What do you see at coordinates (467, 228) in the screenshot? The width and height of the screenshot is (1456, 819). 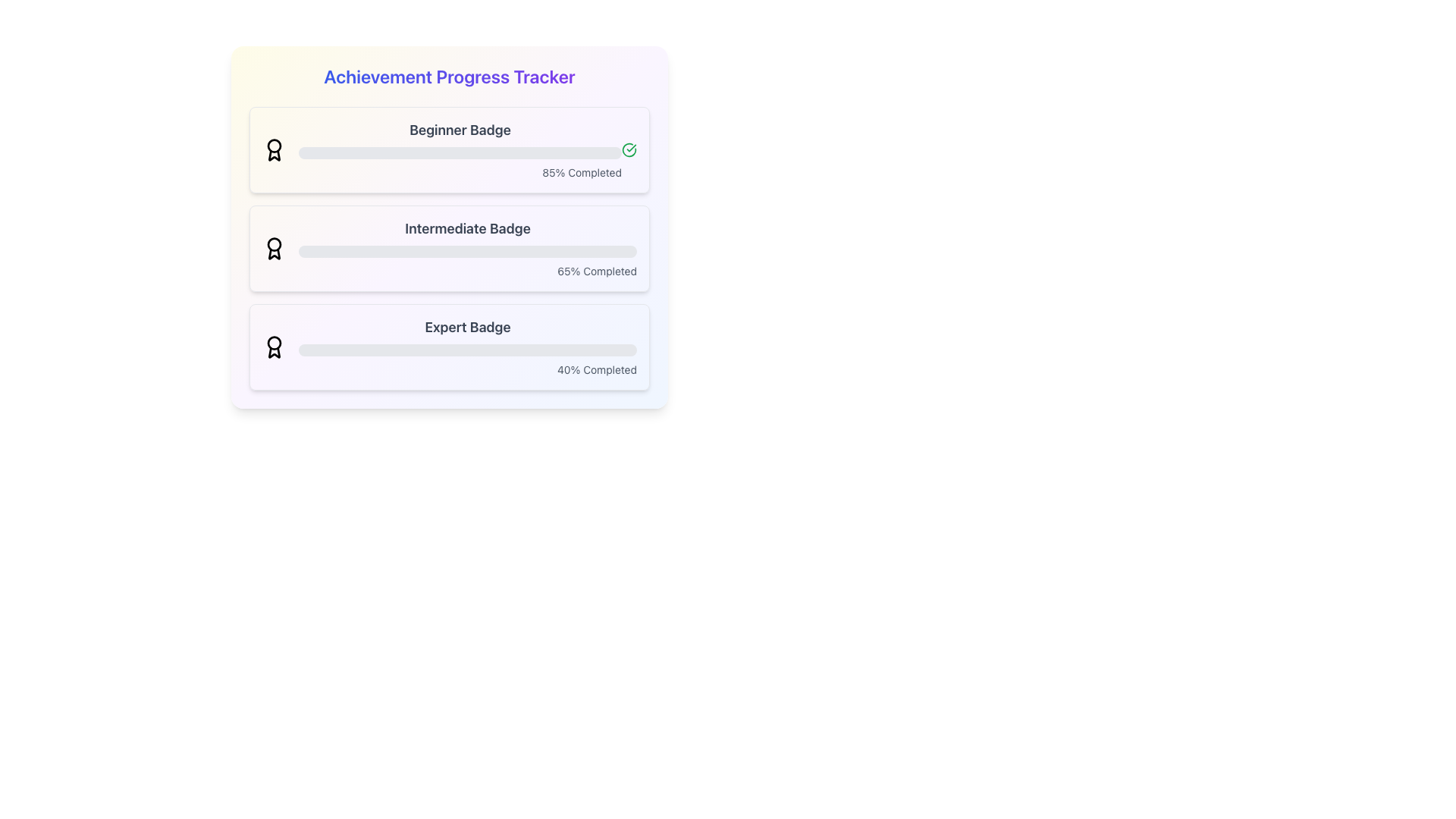 I see `label representing the title of the 'Intermediate Badge' to understand the badge level` at bounding box center [467, 228].